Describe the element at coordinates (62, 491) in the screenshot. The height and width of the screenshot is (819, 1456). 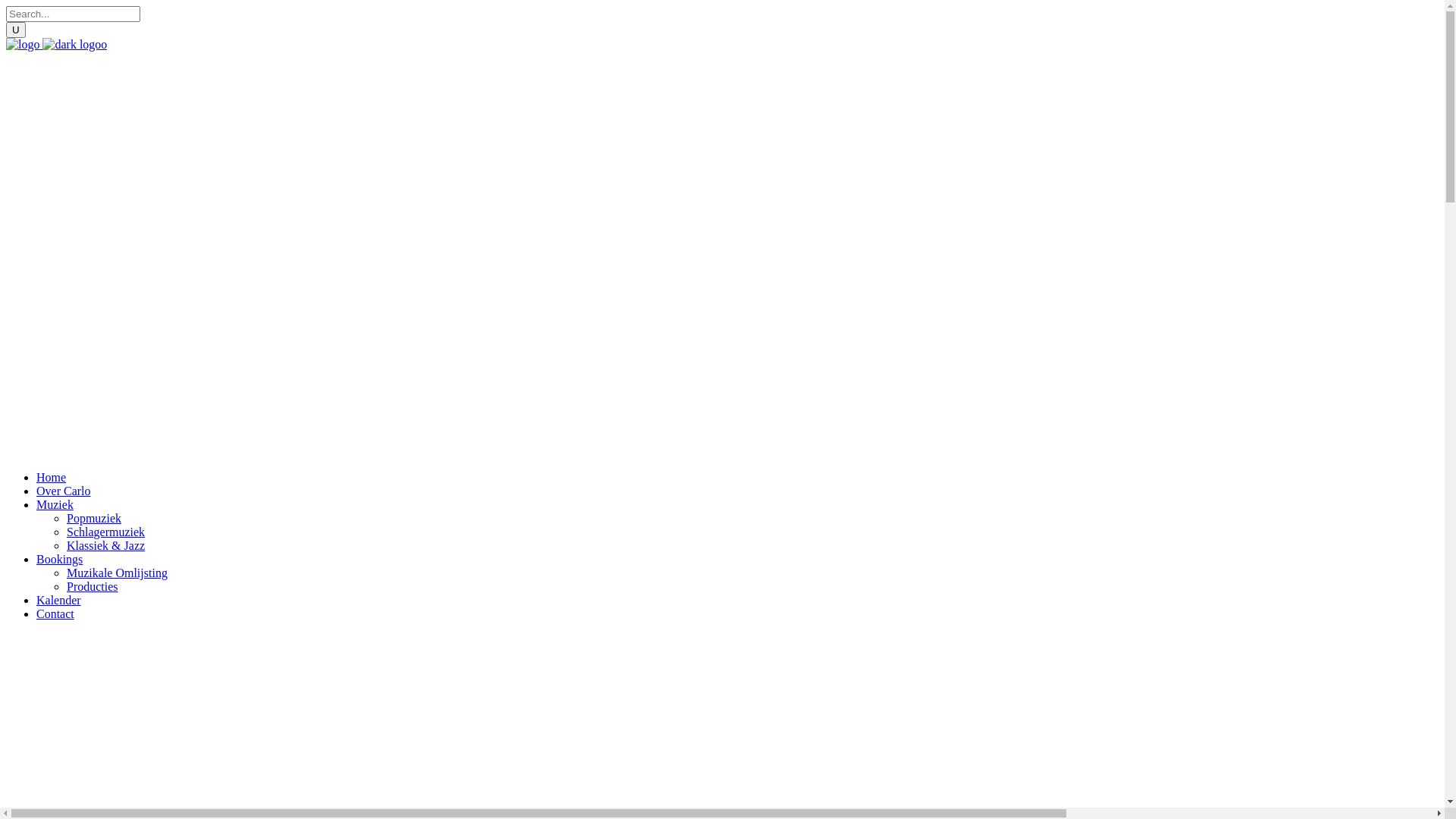
I see `'Over Carlo'` at that location.